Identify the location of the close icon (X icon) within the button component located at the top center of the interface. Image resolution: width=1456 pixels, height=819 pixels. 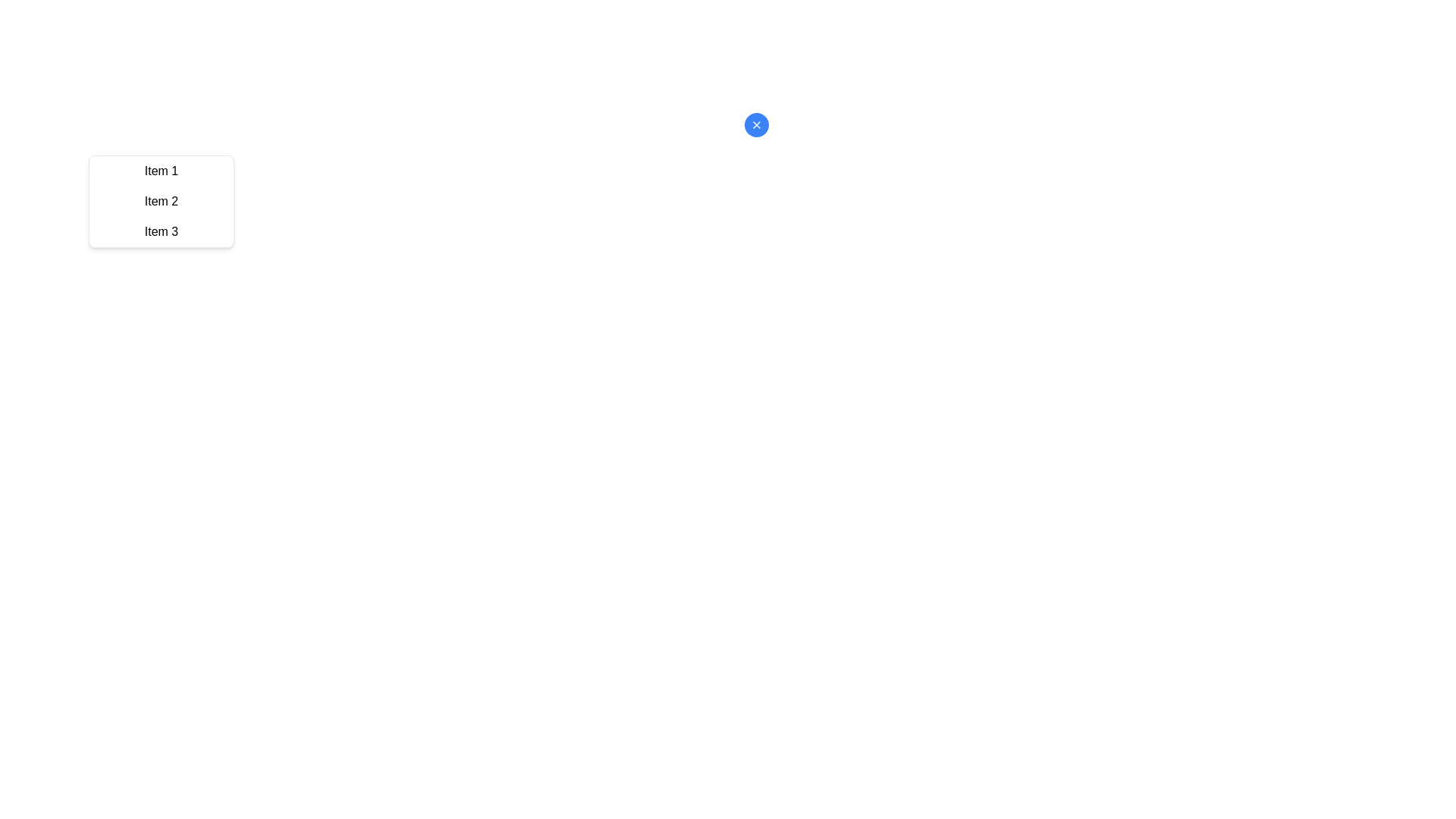
(756, 124).